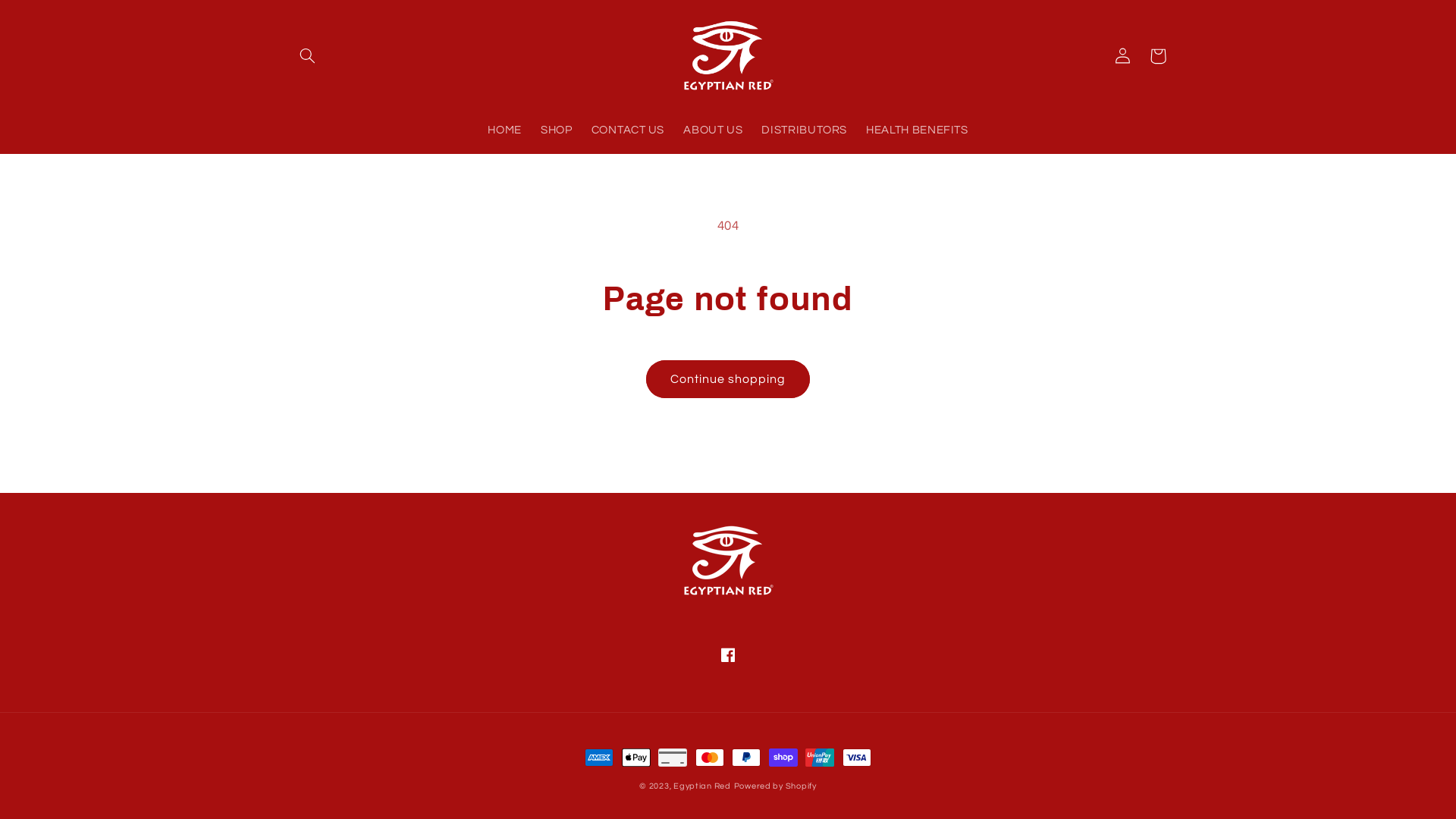  I want to click on 'Log in', so click(1123, 55).